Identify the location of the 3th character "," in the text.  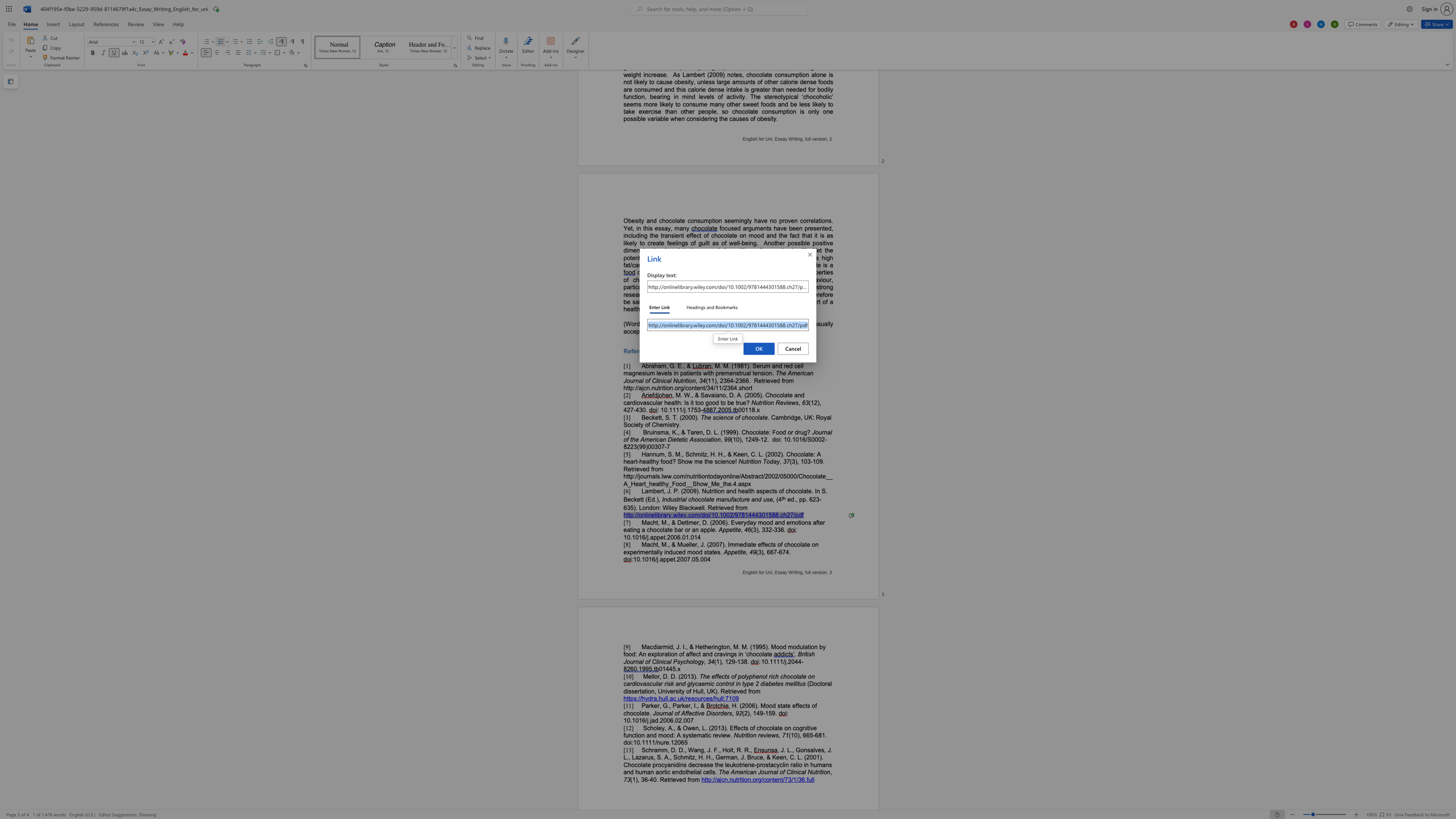
(730, 647).